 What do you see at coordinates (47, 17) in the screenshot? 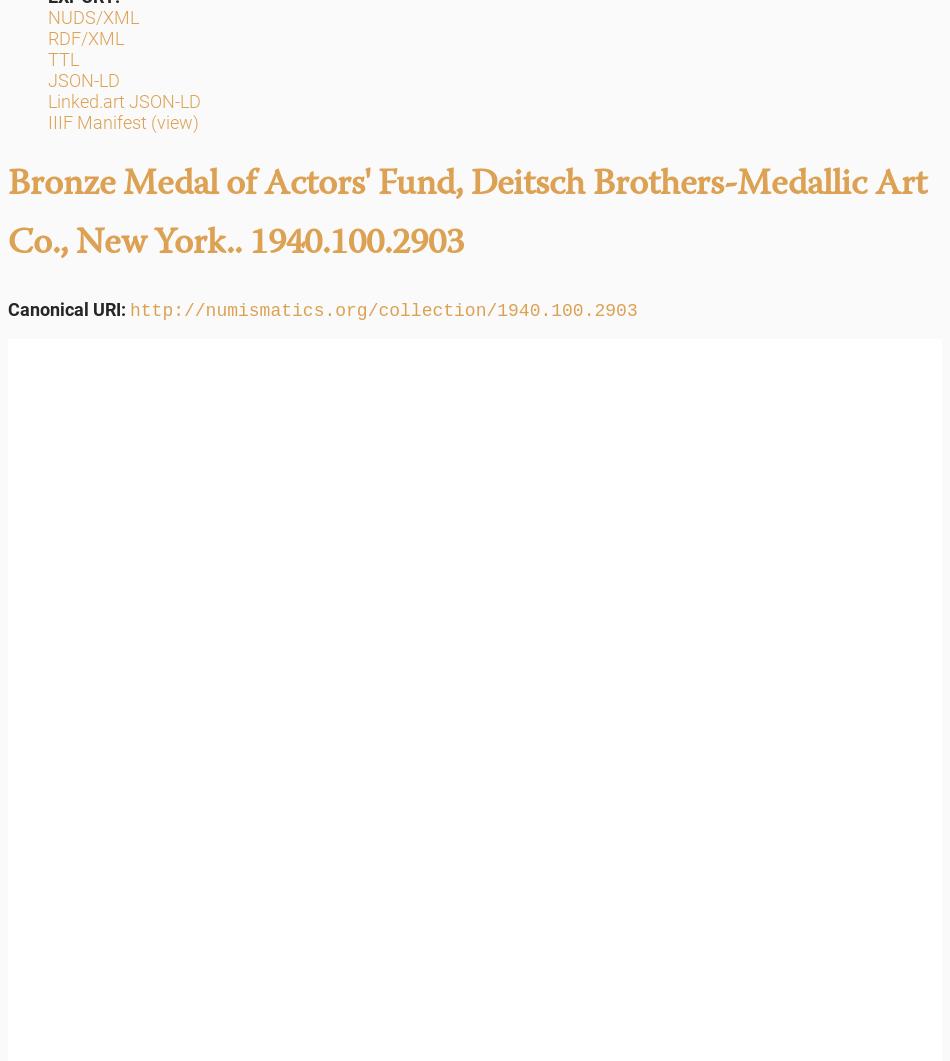
I see `'NUDS/XML'` at bounding box center [47, 17].